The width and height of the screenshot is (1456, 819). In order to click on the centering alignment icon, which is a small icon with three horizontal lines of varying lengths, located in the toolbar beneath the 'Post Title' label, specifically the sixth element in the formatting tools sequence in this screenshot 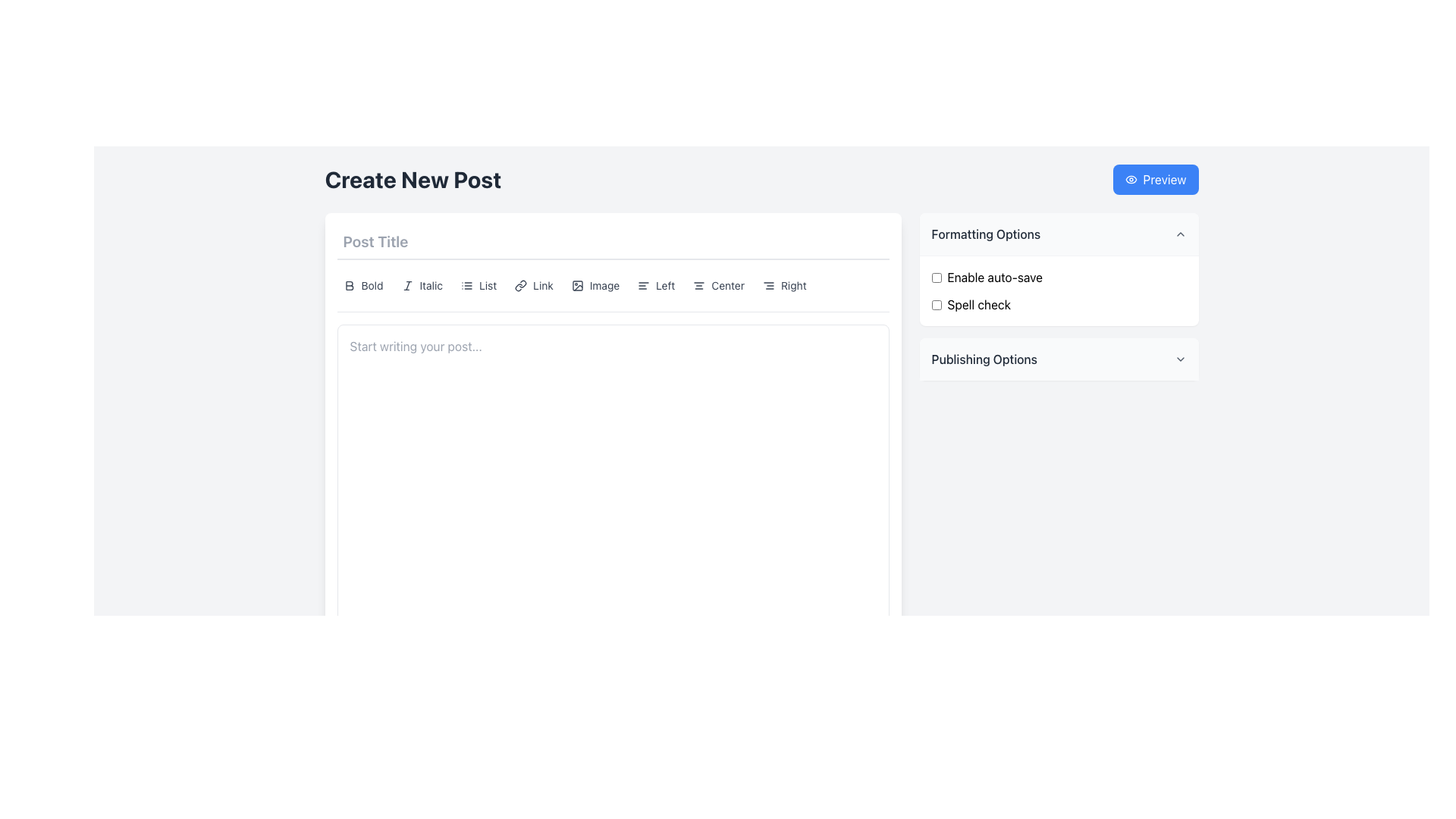, I will do `click(698, 286)`.